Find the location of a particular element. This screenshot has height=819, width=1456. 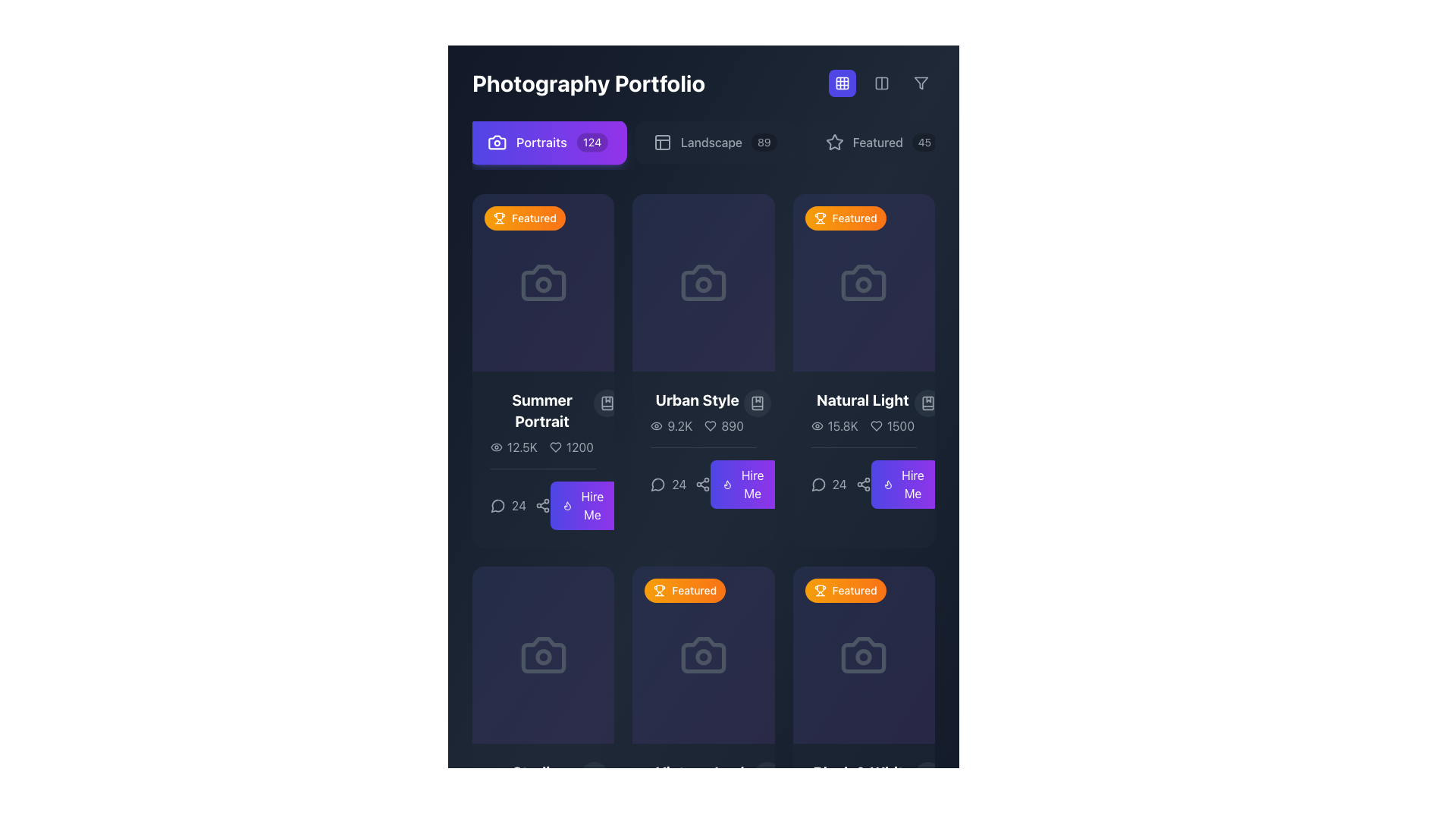

the flame icon within the 'Hire Me' button located at the bottom center of the 'Urban Style' card is located at coordinates (566, 506).